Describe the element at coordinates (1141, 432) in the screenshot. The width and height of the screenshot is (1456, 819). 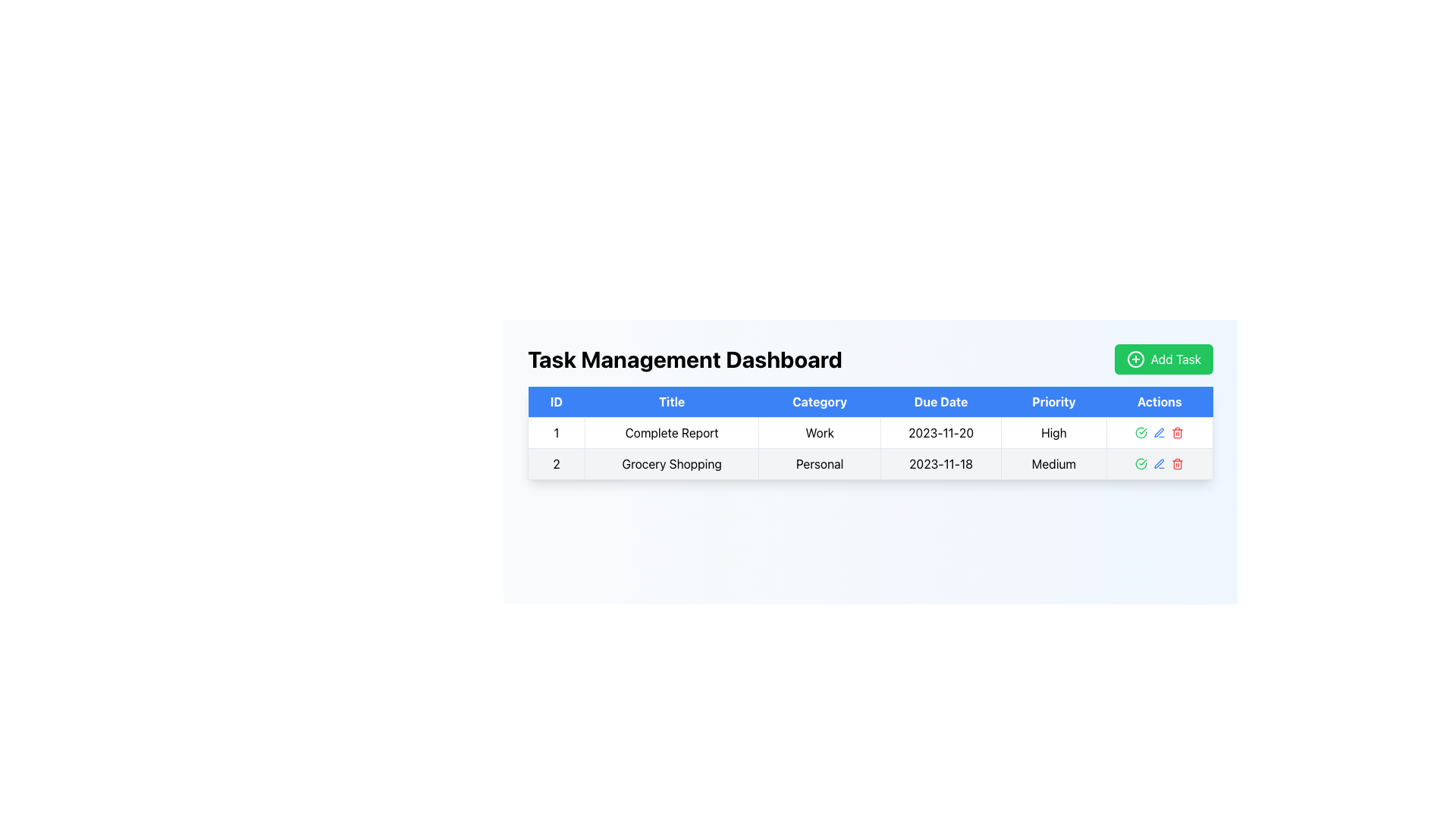
I see `the second interactive icon in the 'Actions' column of the table to observe the hover effect` at that location.